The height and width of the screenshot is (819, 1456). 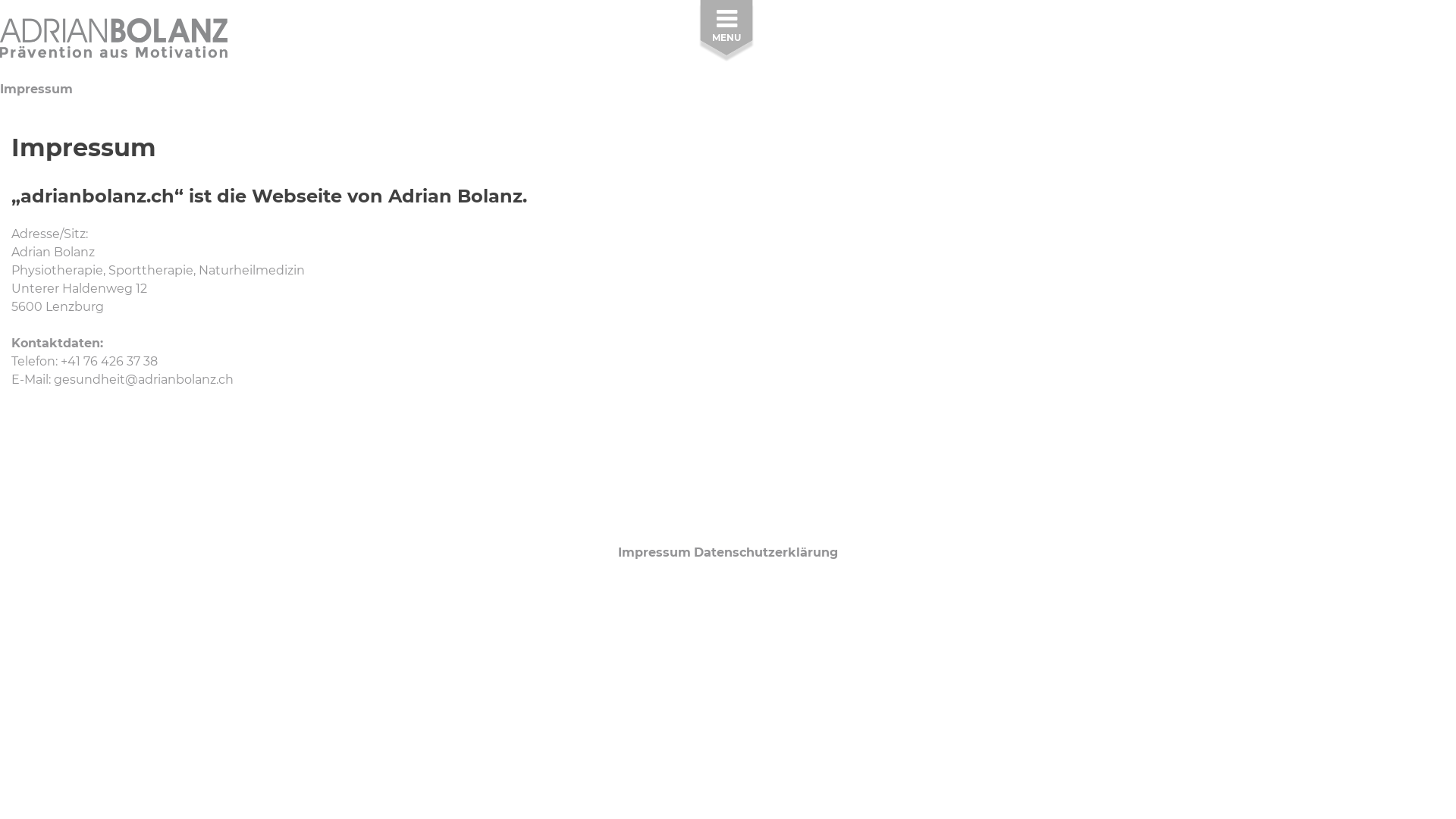 I want to click on 'Impressum', so click(x=654, y=552).